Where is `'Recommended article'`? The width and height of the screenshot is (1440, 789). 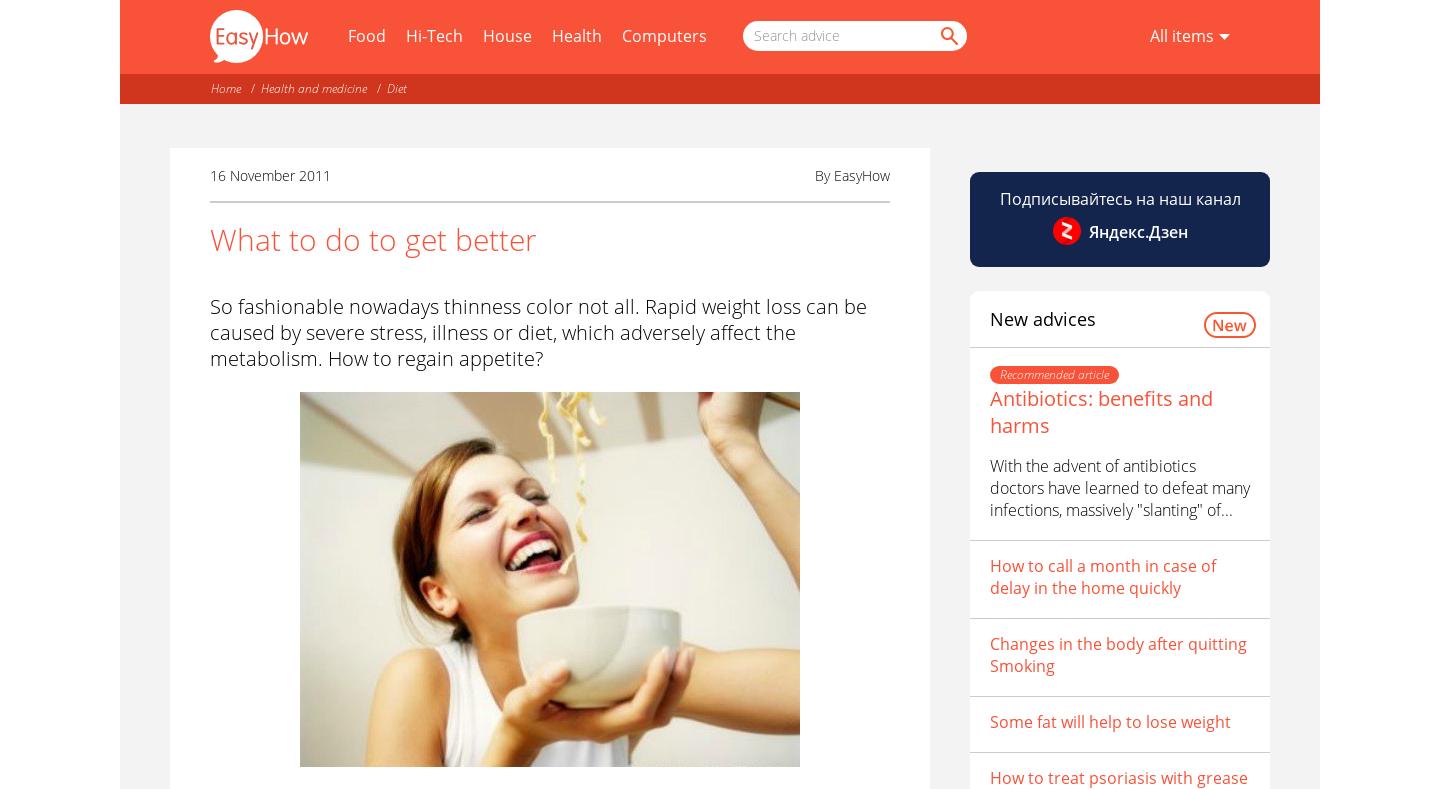
'Recommended article' is located at coordinates (1054, 373).